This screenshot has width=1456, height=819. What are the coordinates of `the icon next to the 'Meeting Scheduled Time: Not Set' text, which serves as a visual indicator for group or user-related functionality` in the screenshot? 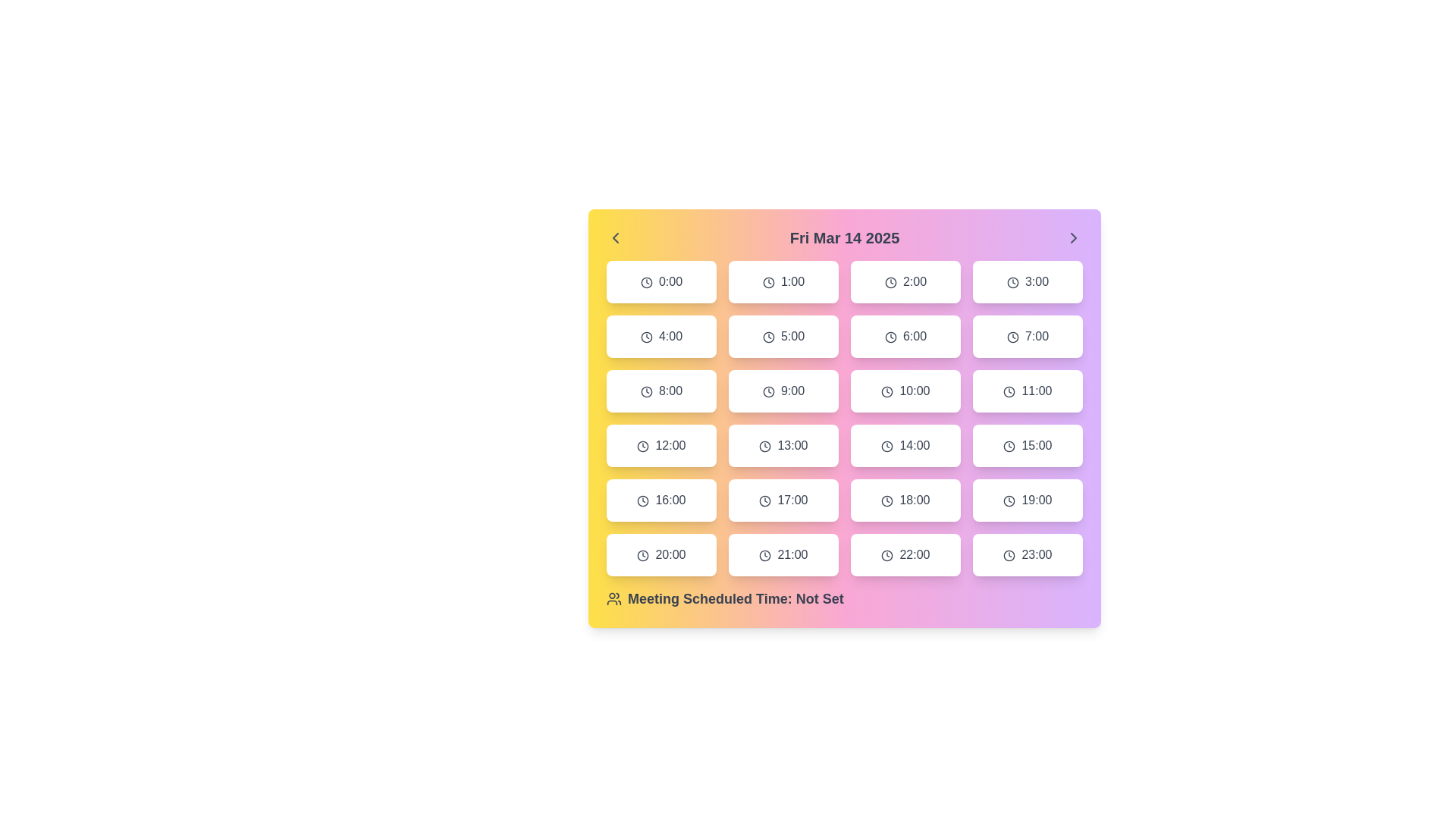 It's located at (614, 598).